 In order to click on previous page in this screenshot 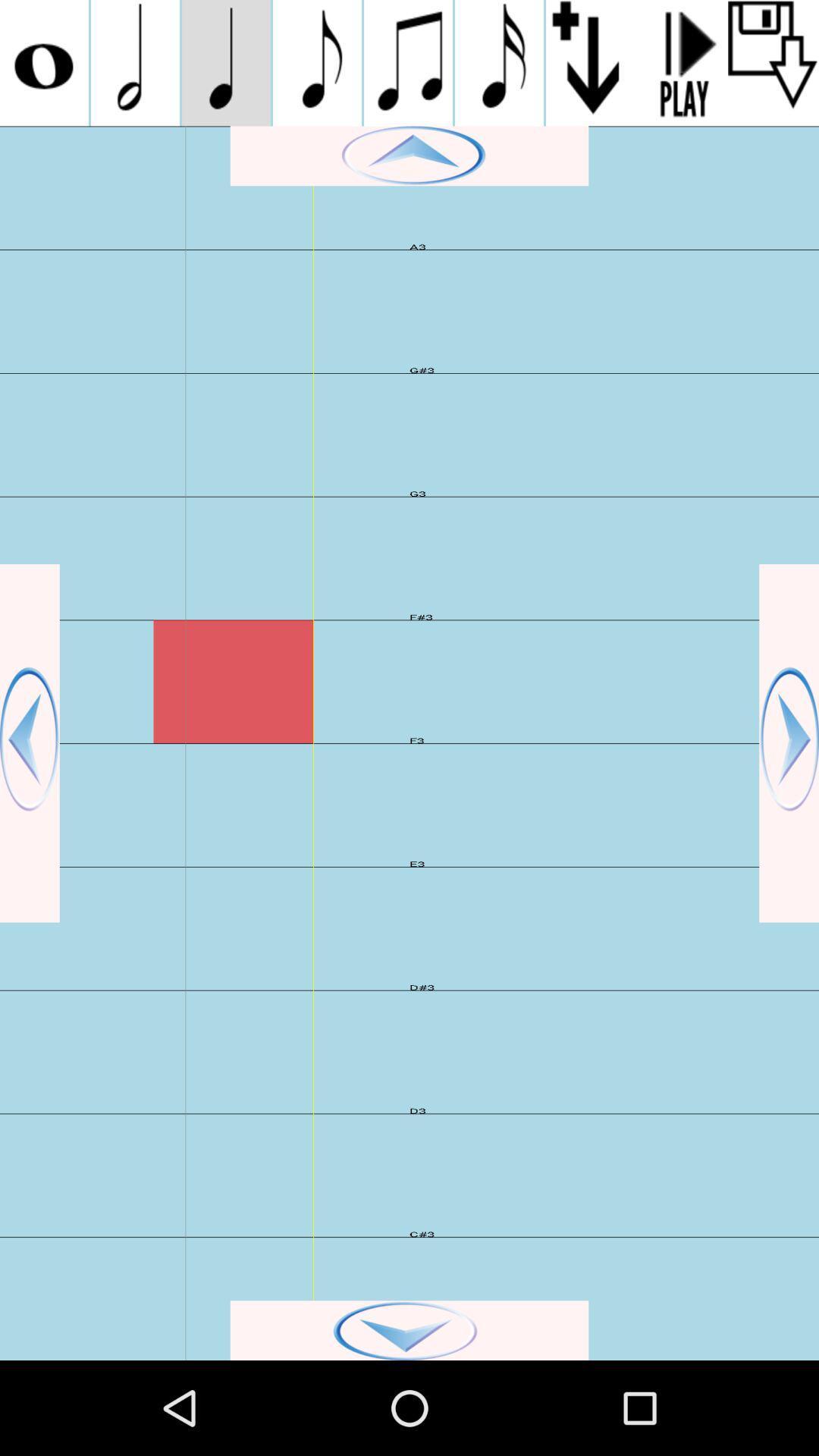, I will do `click(30, 743)`.